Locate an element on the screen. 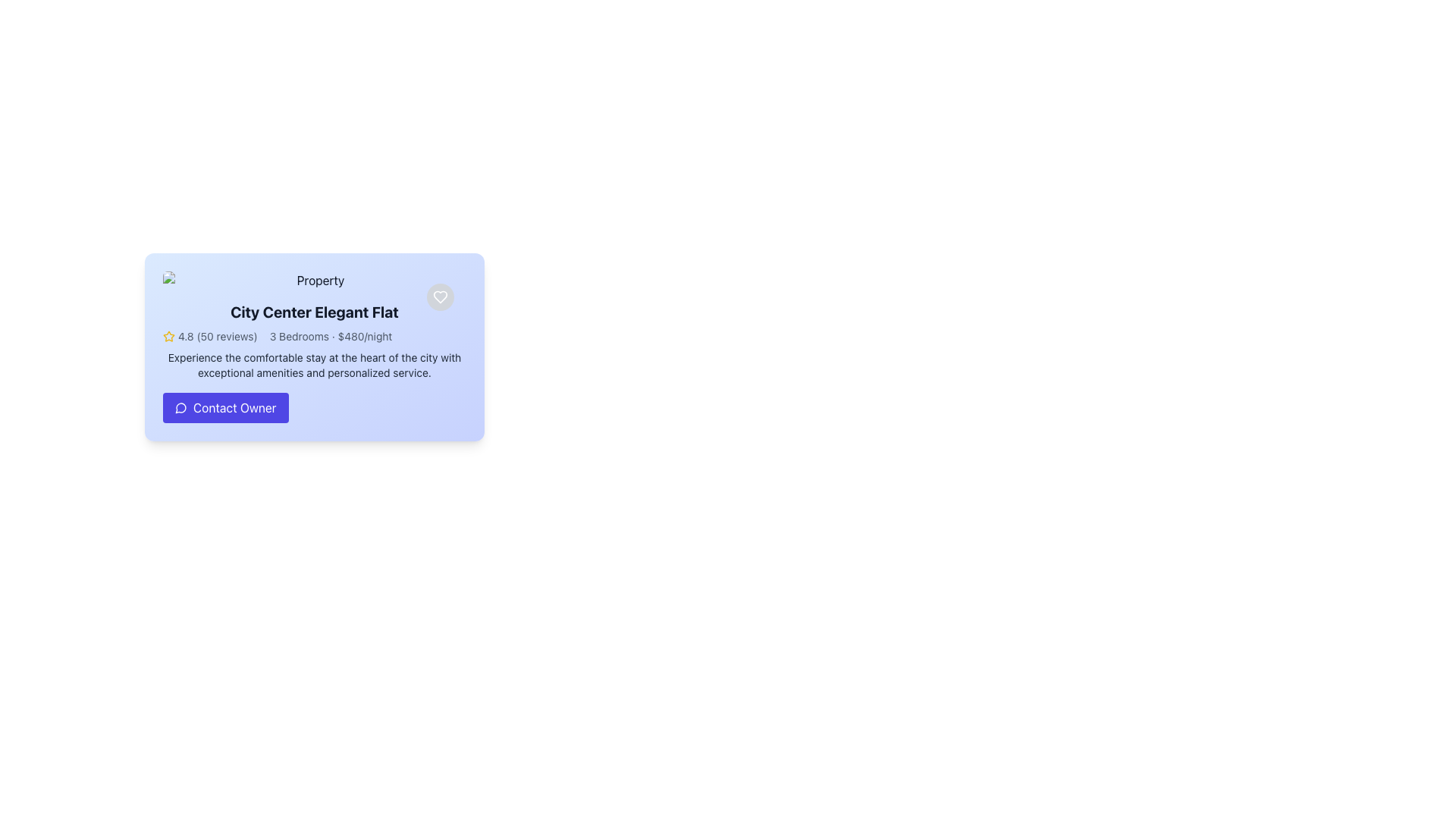 This screenshot has height=819, width=1456. the text label that states '3 Bedrooms · $480/night', which is located beneath the title 'City Center Elegant Flat' and adjacent to '4.8 (50 reviews)' is located at coordinates (330, 335).